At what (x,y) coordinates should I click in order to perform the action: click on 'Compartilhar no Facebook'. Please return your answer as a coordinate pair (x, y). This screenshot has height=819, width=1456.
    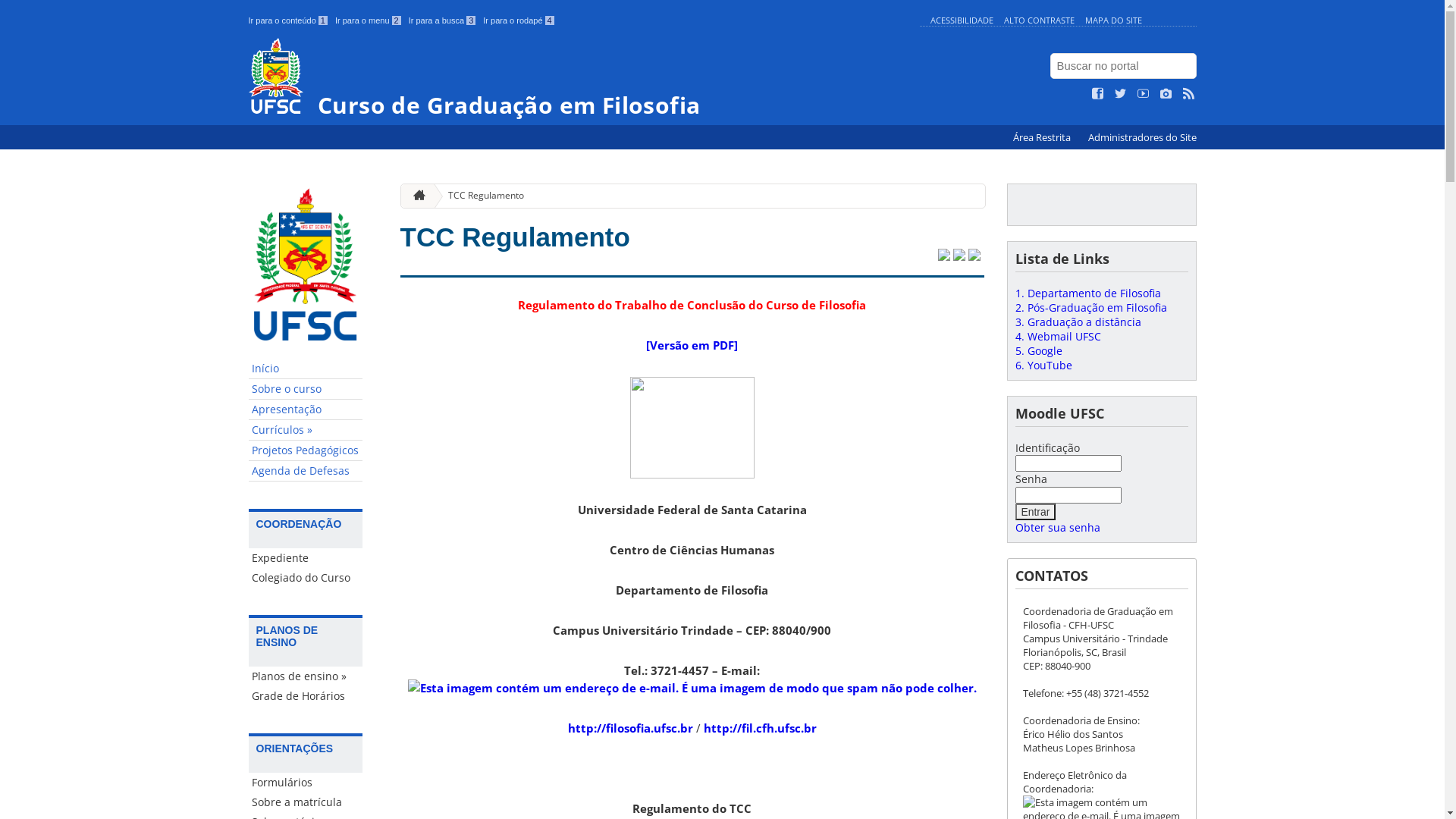
    Looking at the image, I should click on (957, 256).